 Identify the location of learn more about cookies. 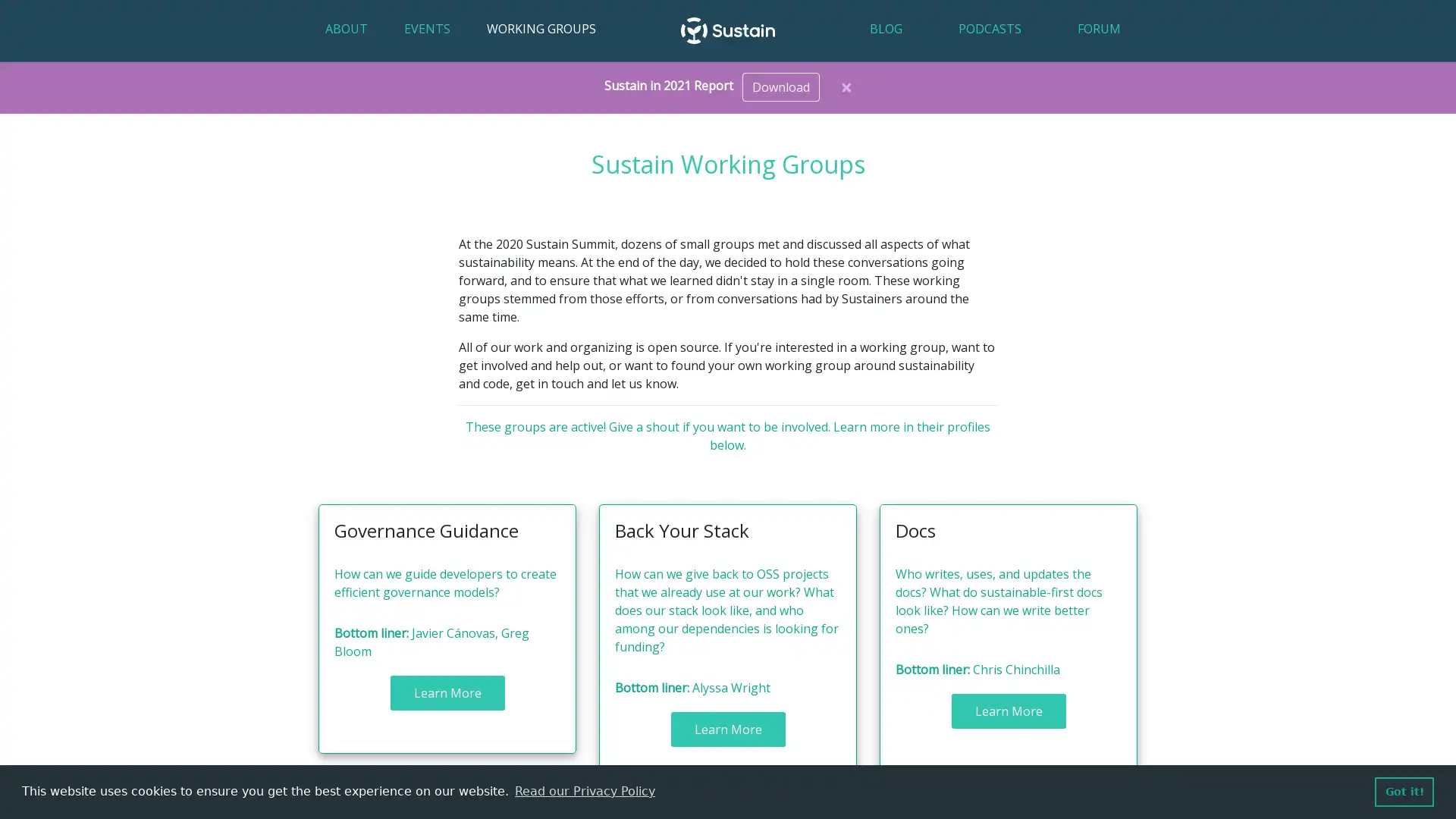
(584, 791).